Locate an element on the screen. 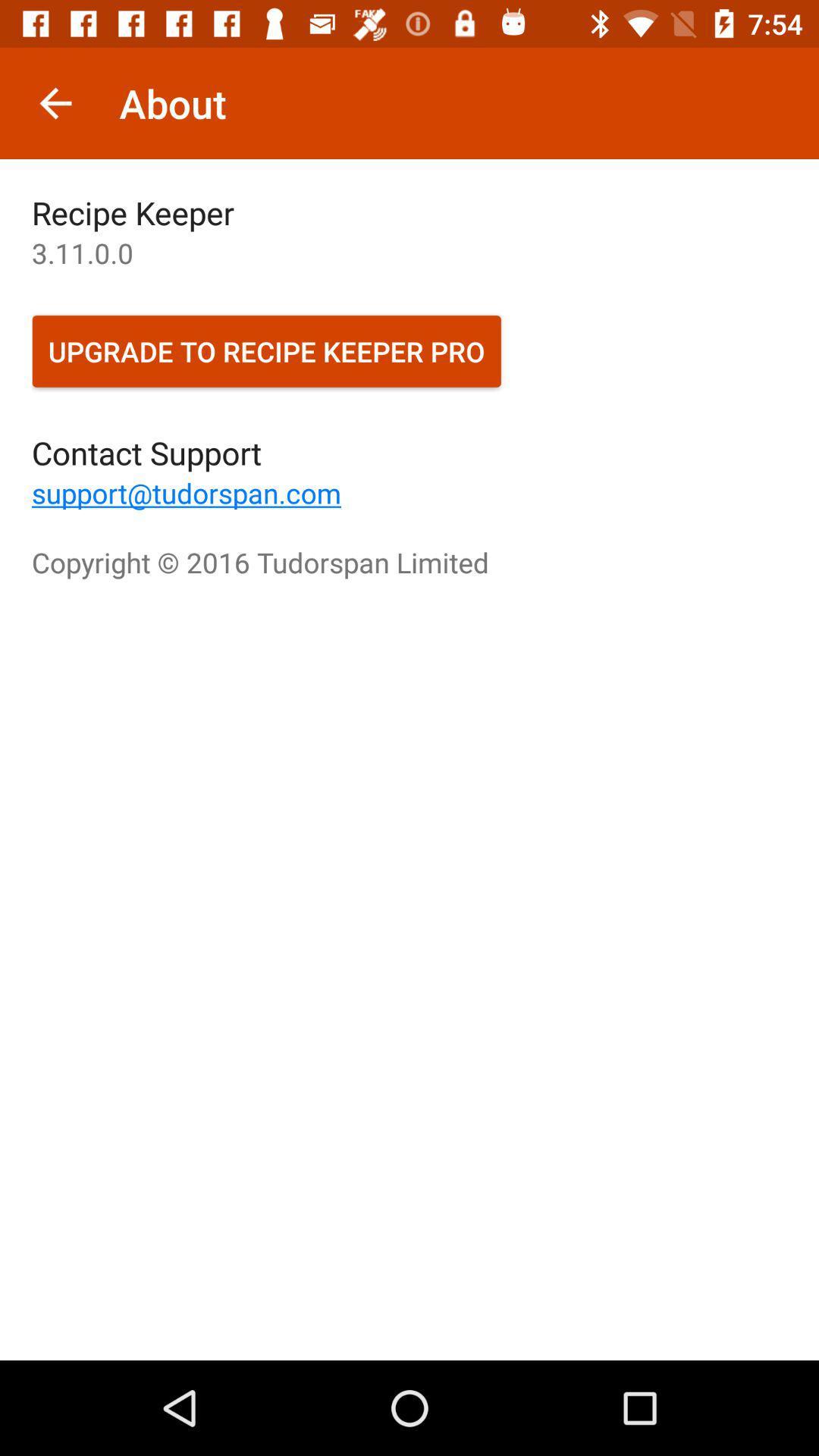 Image resolution: width=819 pixels, height=1456 pixels. the icon next to about item is located at coordinates (55, 102).